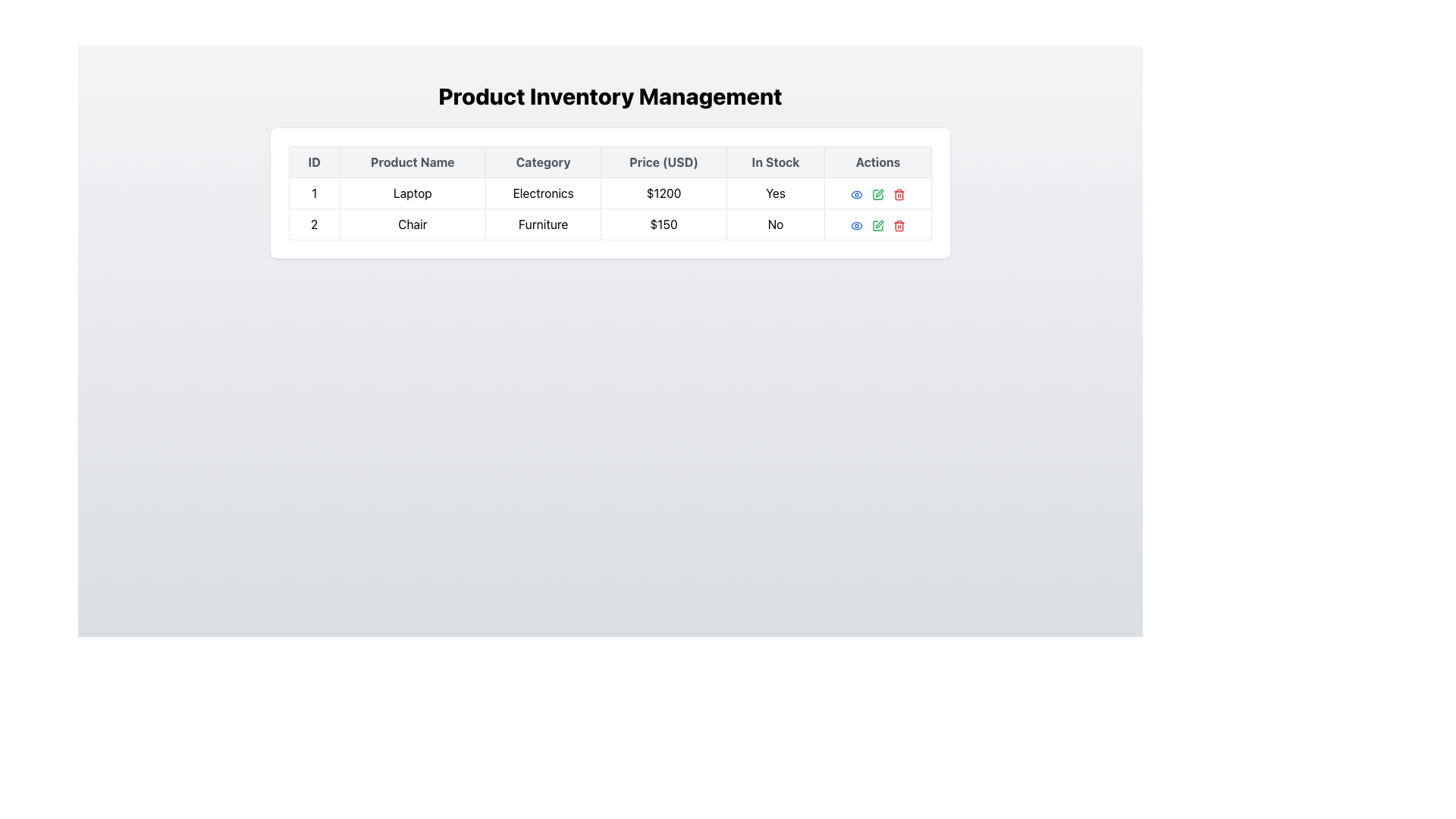  What do you see at coordinates (313, 162) in the screenshot?
I see `the text label displaying 'ID', which is the first column header in a grid layout of tabular data, positioned at the far left of the row containing headers like 'Product Name' and 'Category'` at bounding box center [313, 162].